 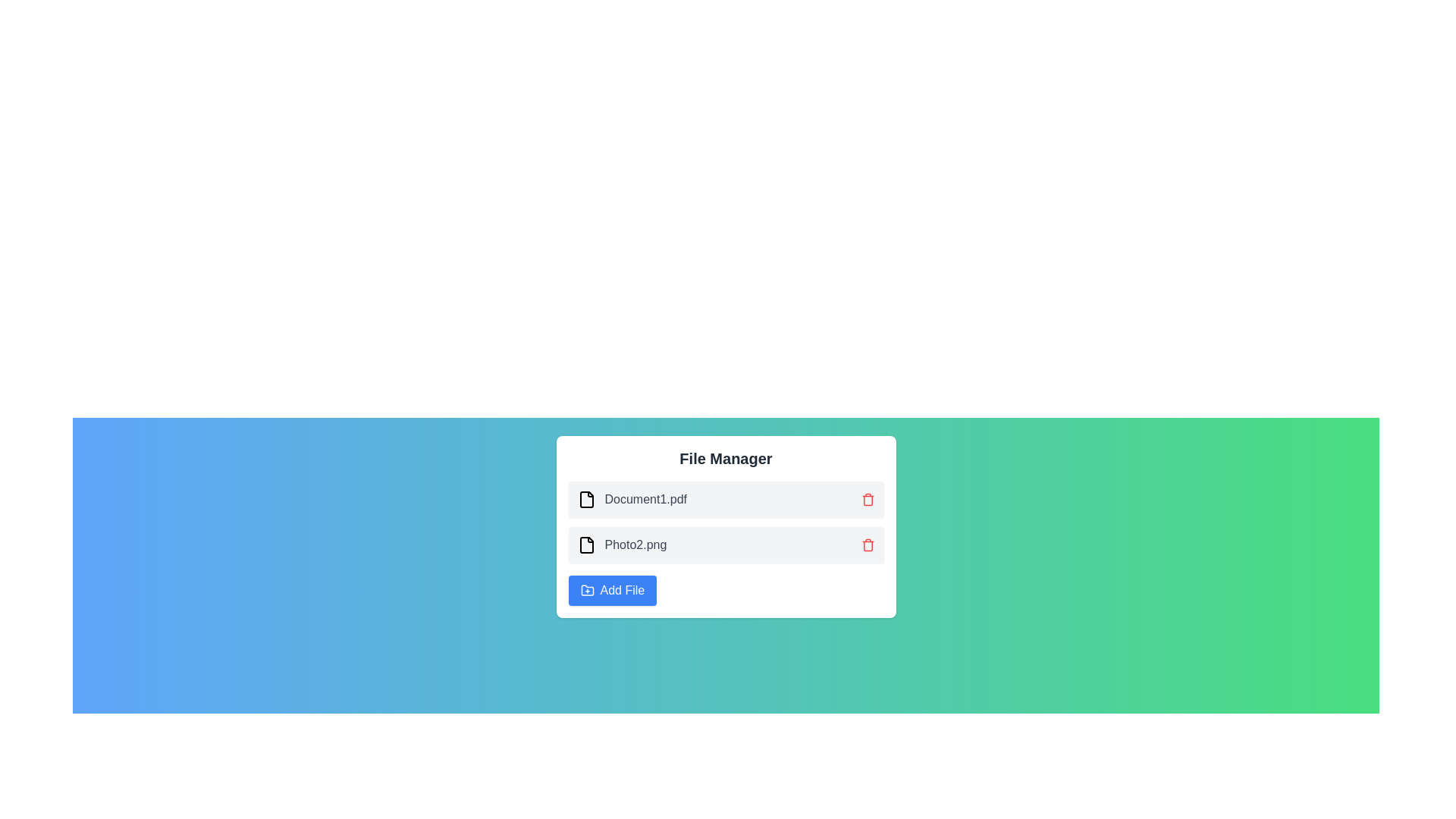 What do you see at coordinates (645, 500) in the screenshot?
I see `the text label 'Document1.pdf', which is styled in light gray and located next to a file icon in the file list of the 'File Manager' section` at bounding box center [645, 500].